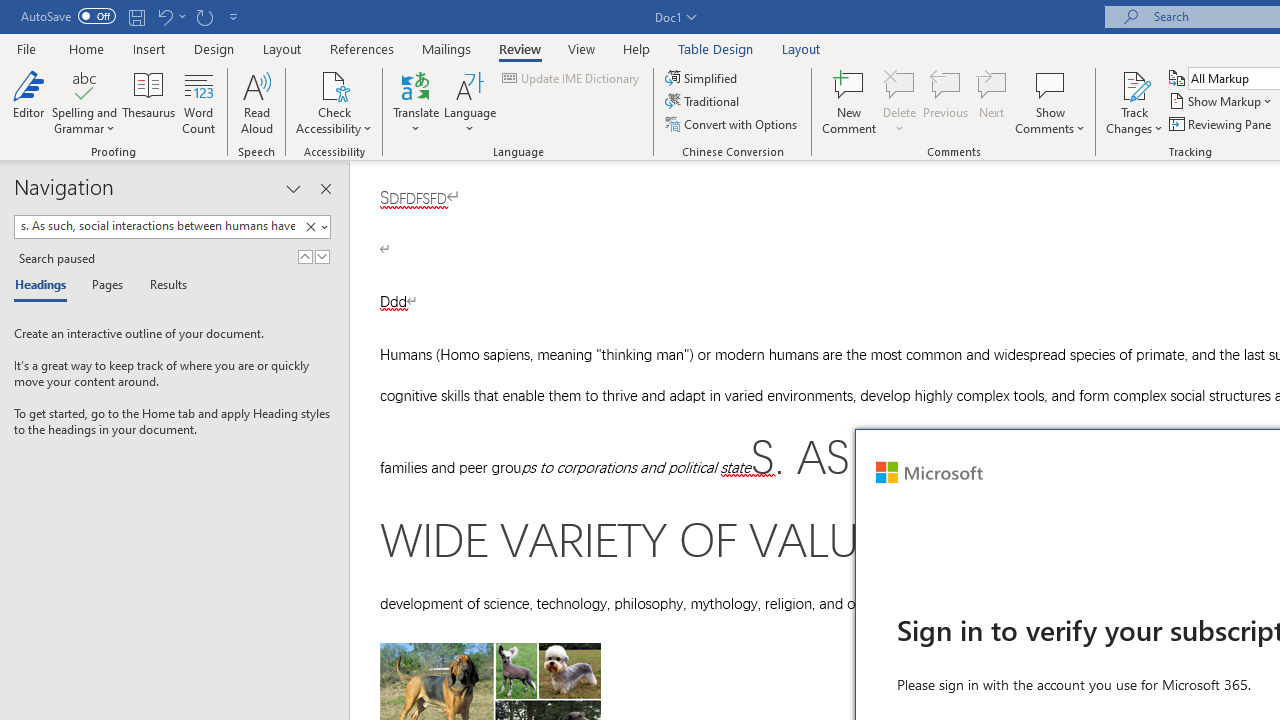 This screenshot has width=1280, height=720. What do you see at coordinates (313, 226) in the screenshot?
I see `'Clear'` at bounding box center [313, 226].